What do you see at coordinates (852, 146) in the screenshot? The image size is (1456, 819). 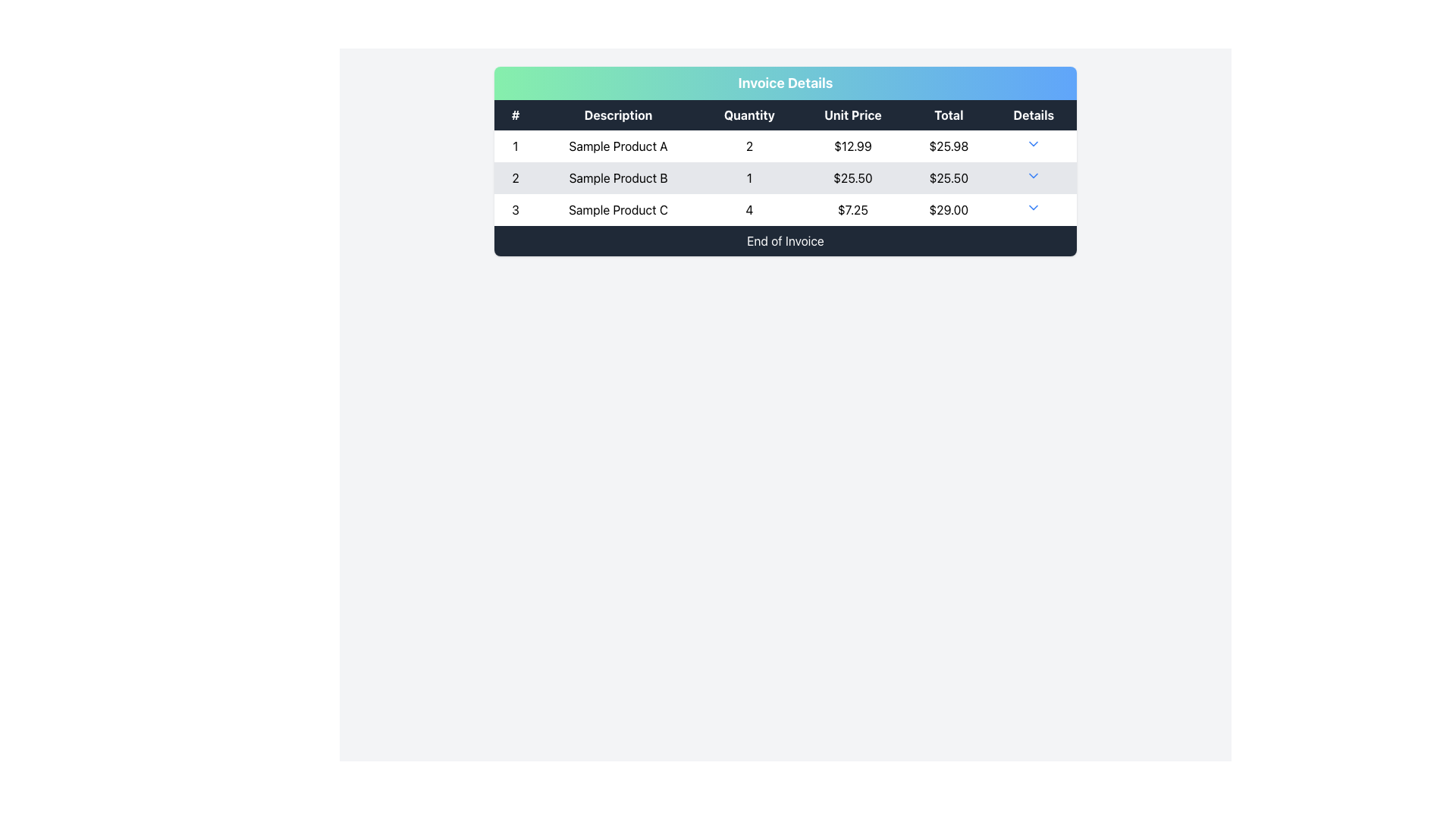 I see `the static text displaying the unit price of 'Sample Product A', which is located in the fourth column of the table, between the quantity '2' and the total '$25.98'` at bounding box center [852, 146].